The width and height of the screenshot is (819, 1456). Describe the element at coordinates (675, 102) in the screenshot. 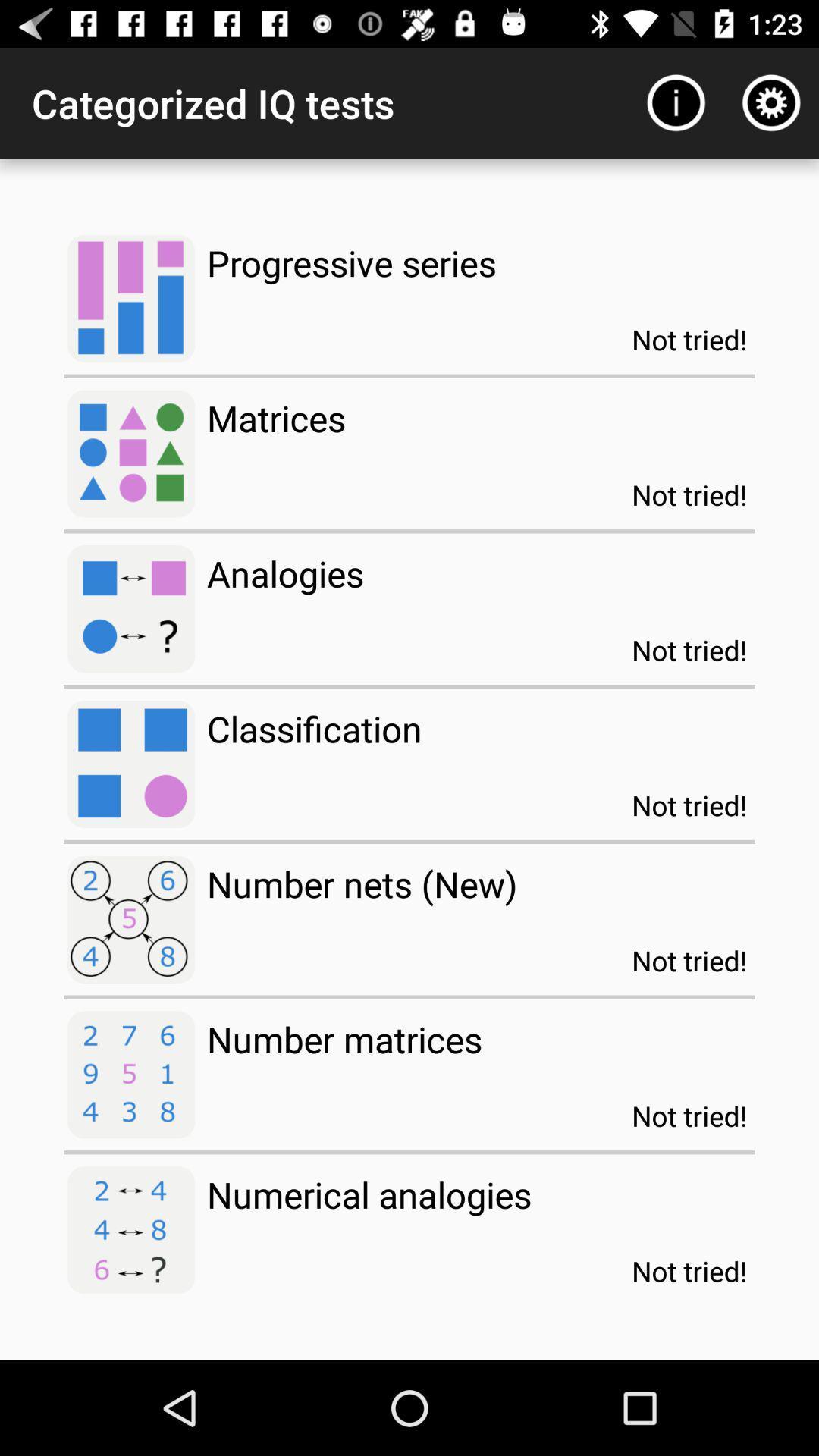

I see `item next to categorized iq tests` at that location.